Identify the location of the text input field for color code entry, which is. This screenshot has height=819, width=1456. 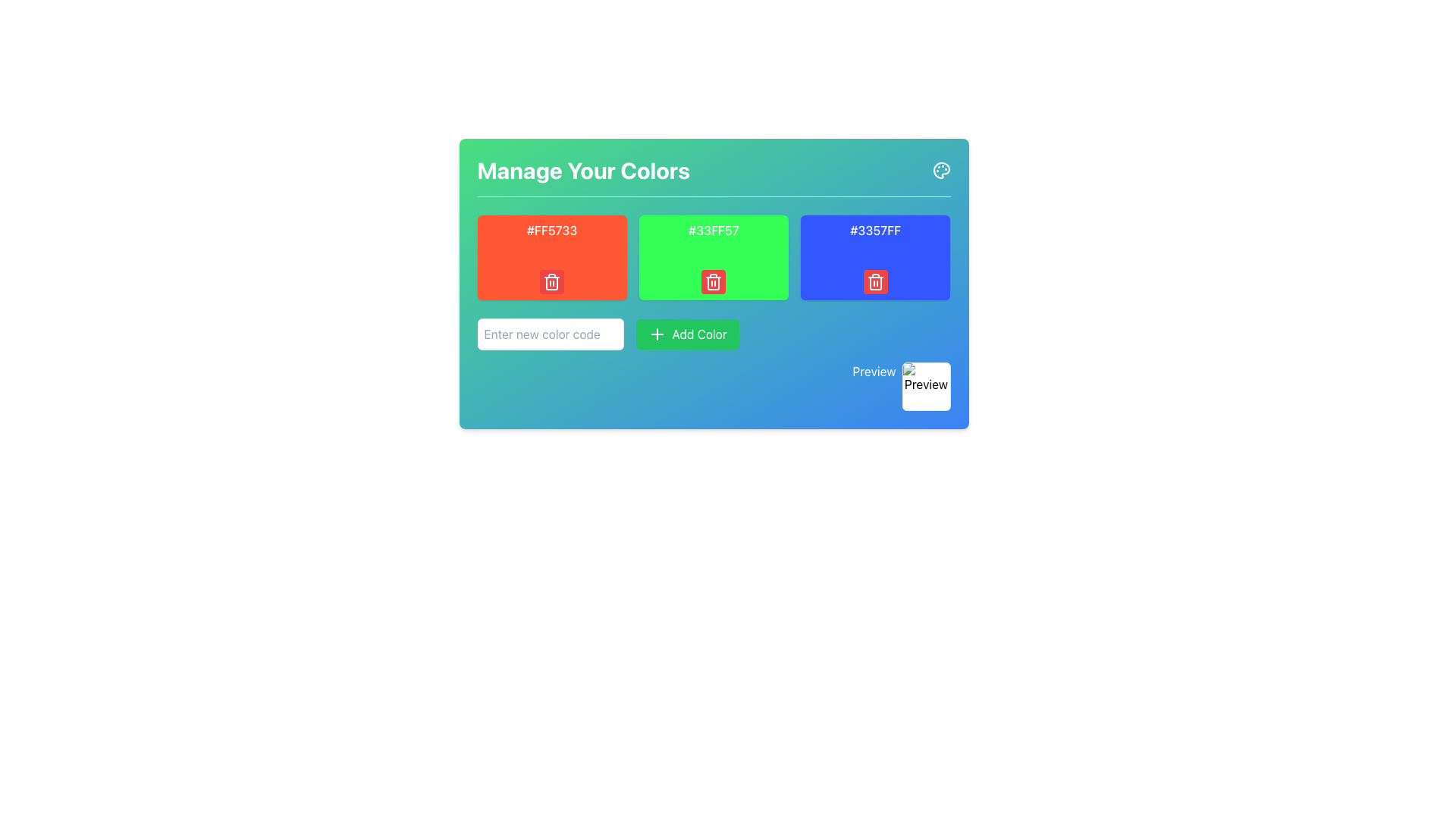
(549, 333).